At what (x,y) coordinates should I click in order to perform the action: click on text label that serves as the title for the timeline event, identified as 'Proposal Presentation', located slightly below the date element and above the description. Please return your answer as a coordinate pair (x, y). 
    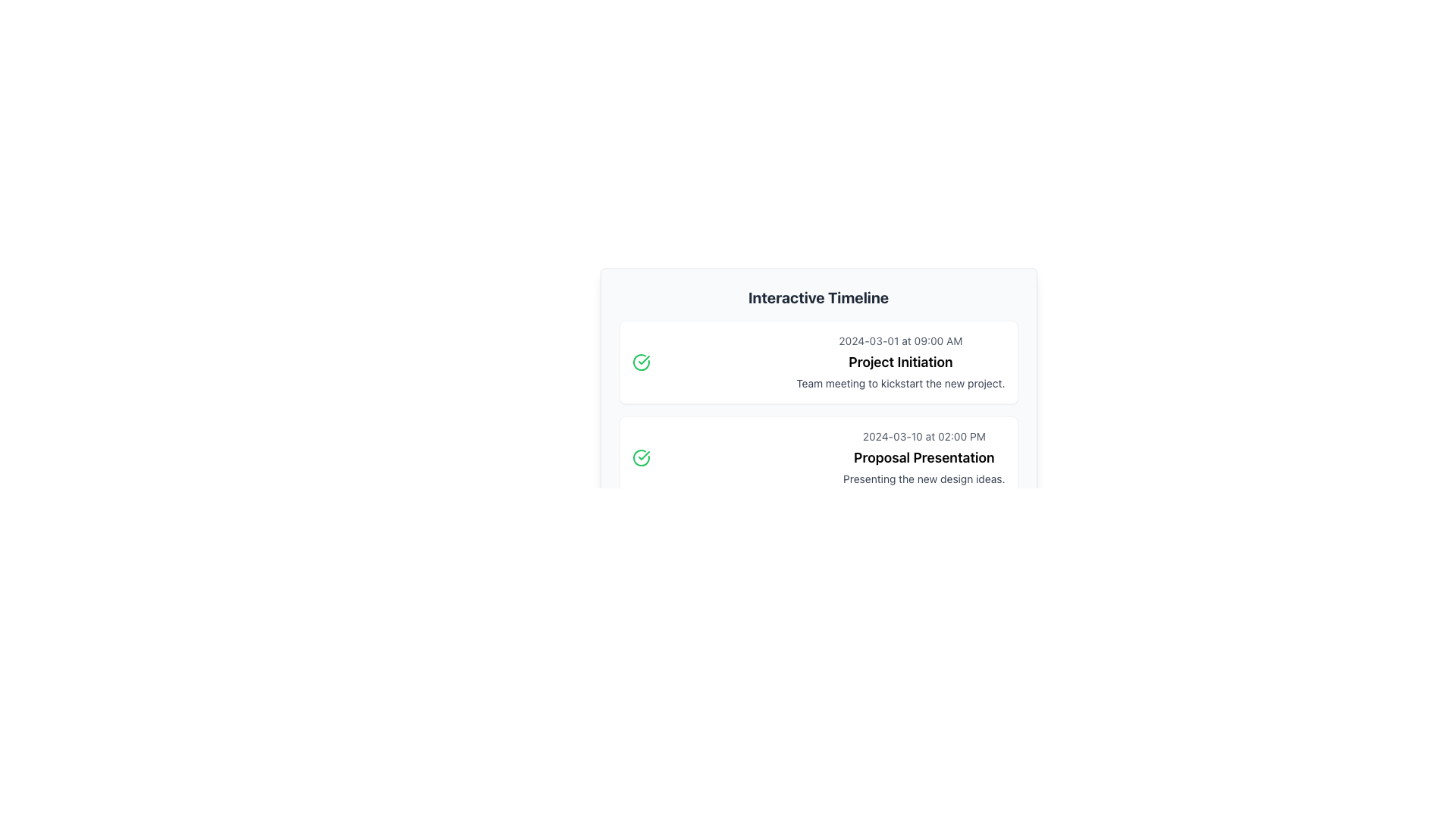
    Looking at the image, I should click on (923, 457).